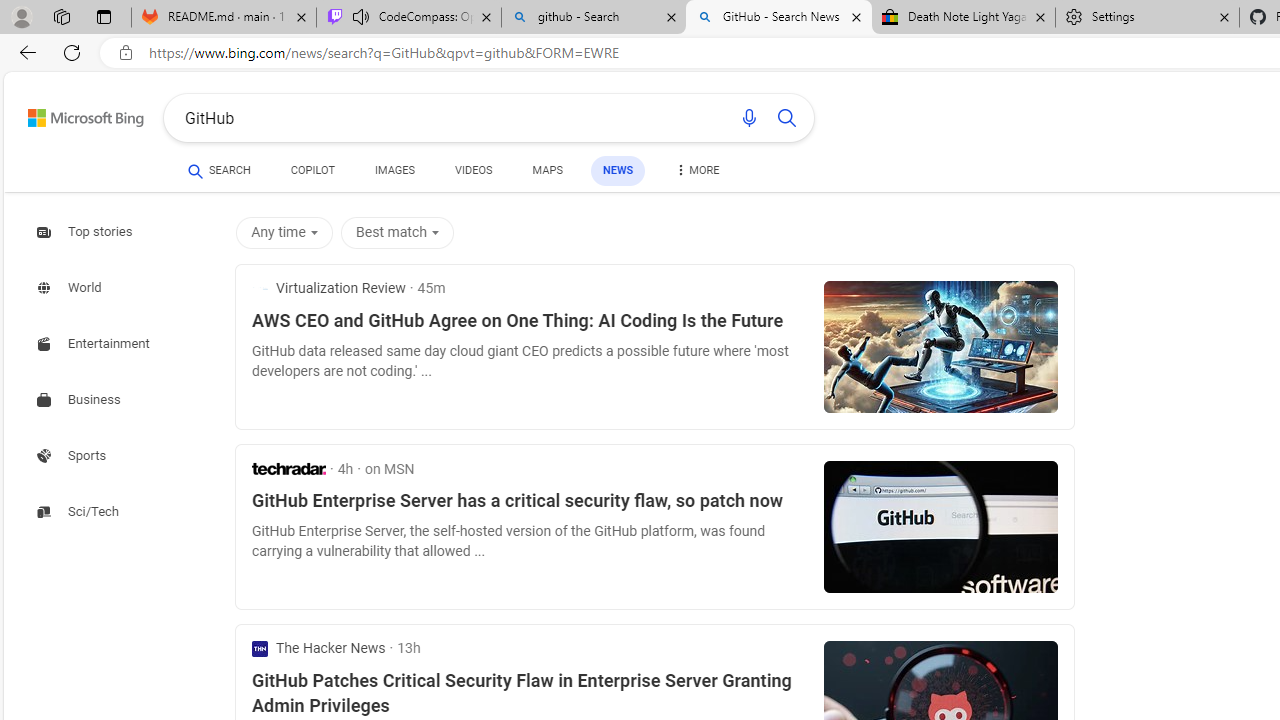 The height and width of the screenshot is (720, 1280). What do you see at coordinates (360, 16) in the screenshot?
I see `'Mute tab'` at bounding box center [360, 16].